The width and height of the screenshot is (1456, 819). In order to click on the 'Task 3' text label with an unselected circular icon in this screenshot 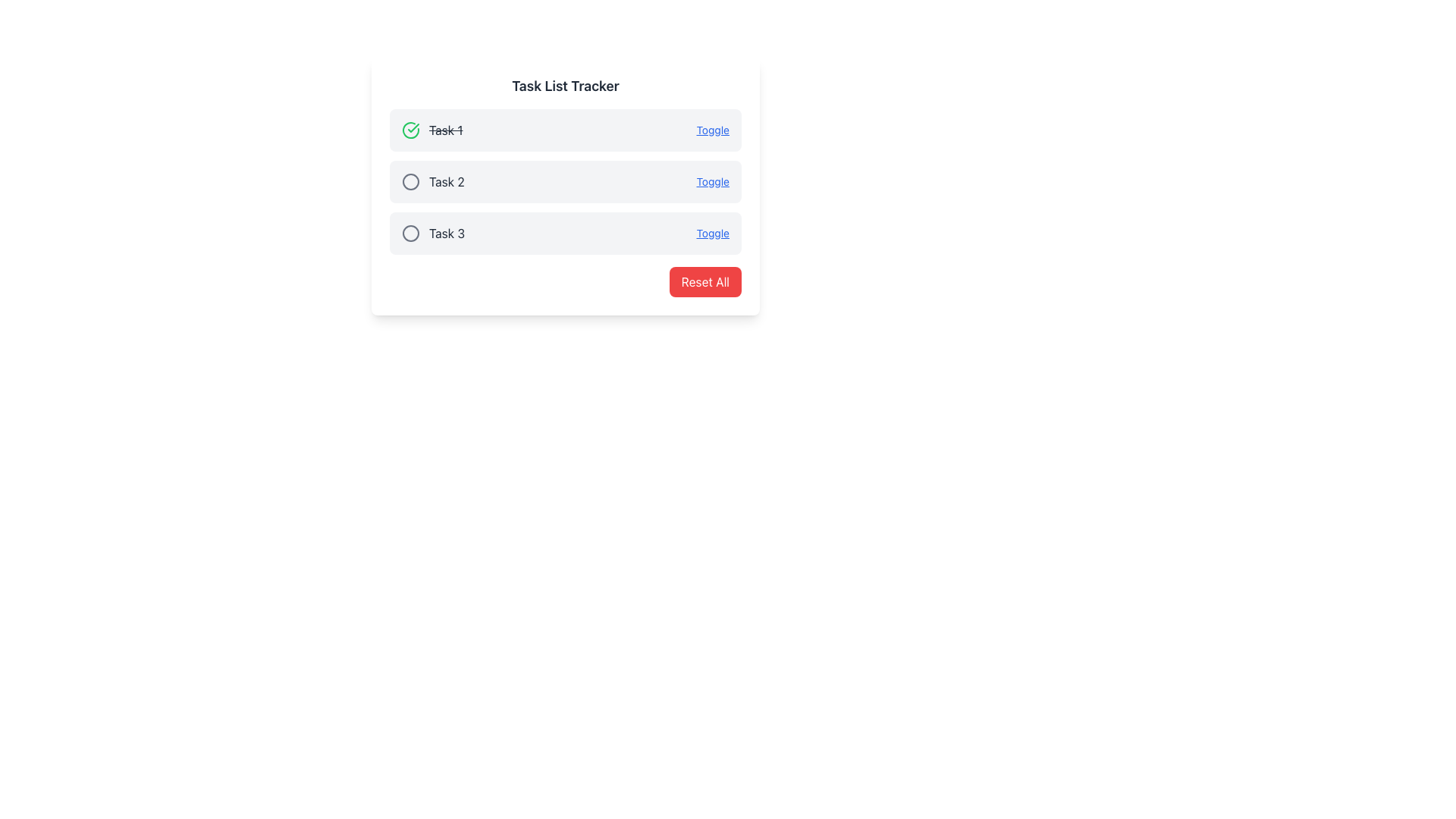, I will do `click(432, 234)`.